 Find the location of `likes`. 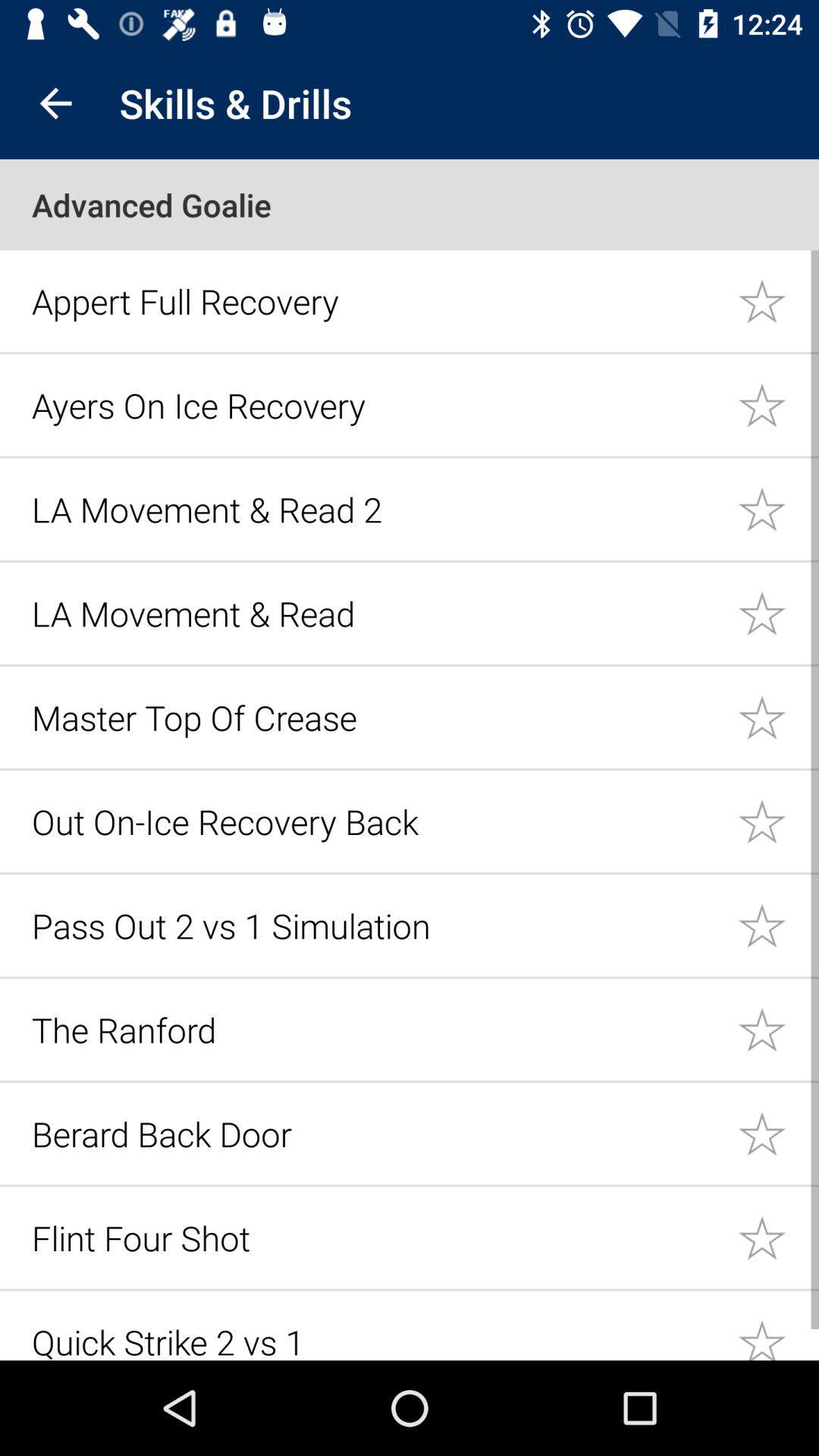

likes is located at coordinates (778, 613).